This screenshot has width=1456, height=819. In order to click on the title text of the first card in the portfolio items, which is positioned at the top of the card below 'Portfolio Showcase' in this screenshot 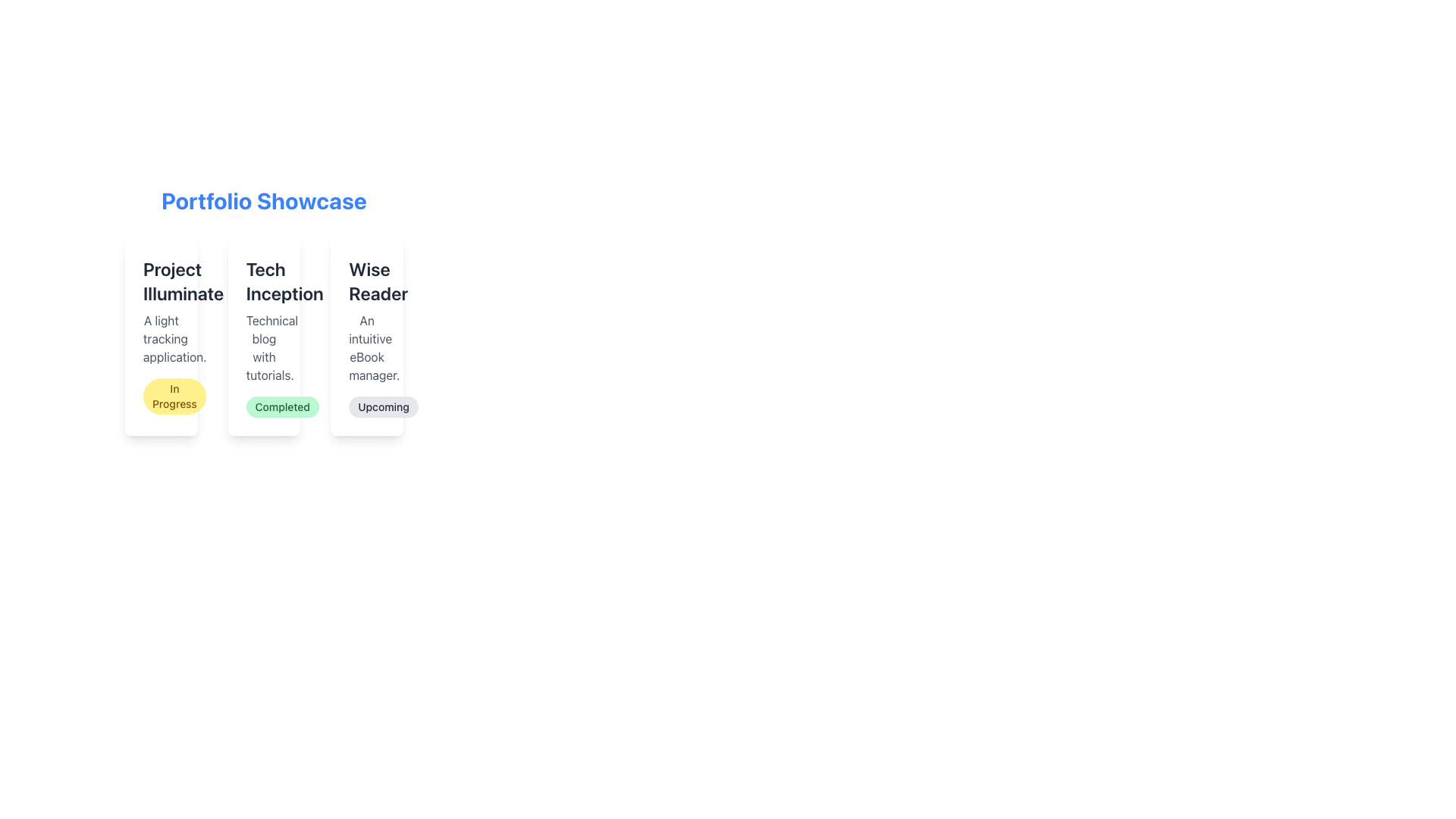, I will do `click(161, 281)`.